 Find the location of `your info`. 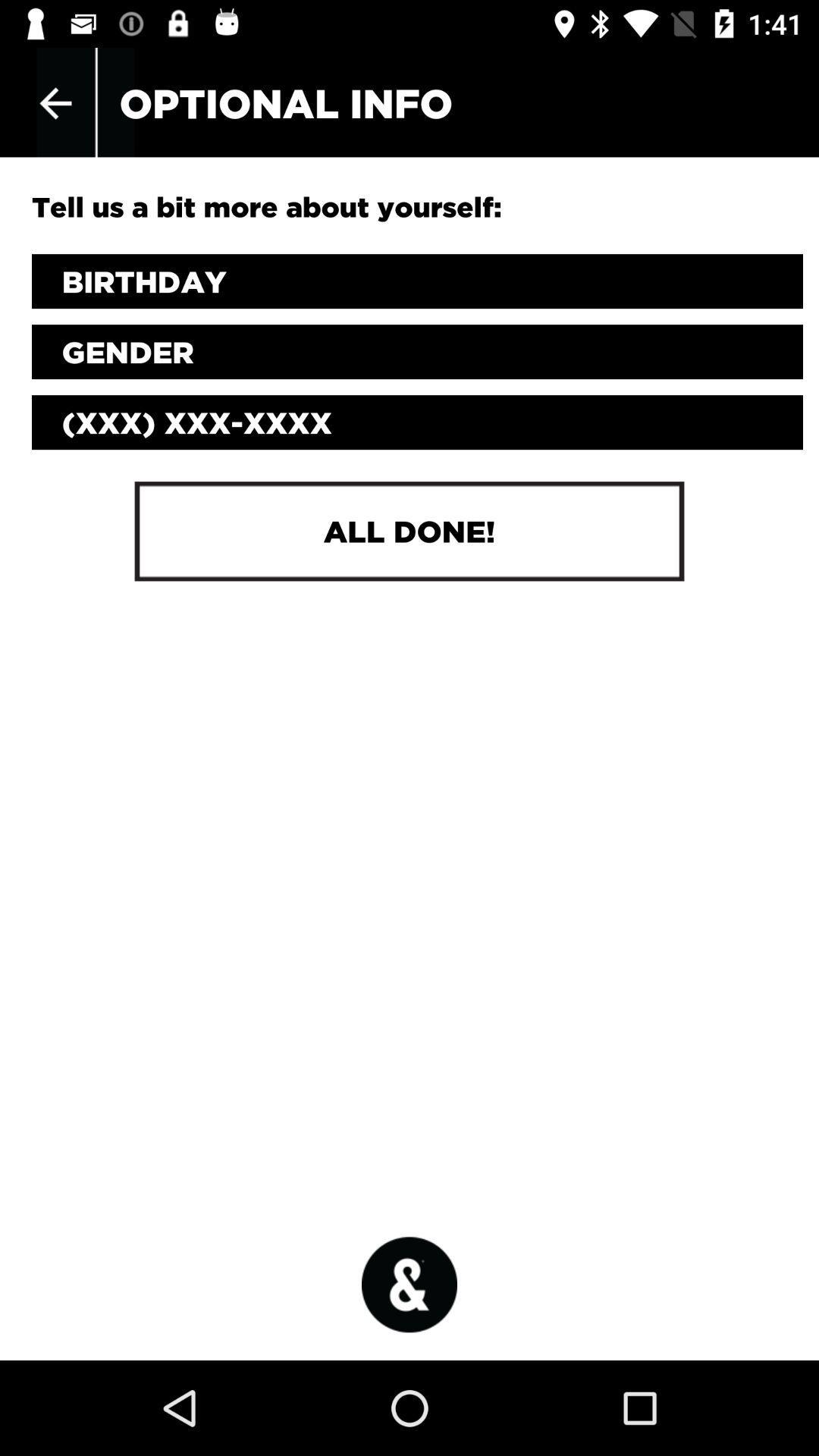

your info is located at coordinates (417, 281).